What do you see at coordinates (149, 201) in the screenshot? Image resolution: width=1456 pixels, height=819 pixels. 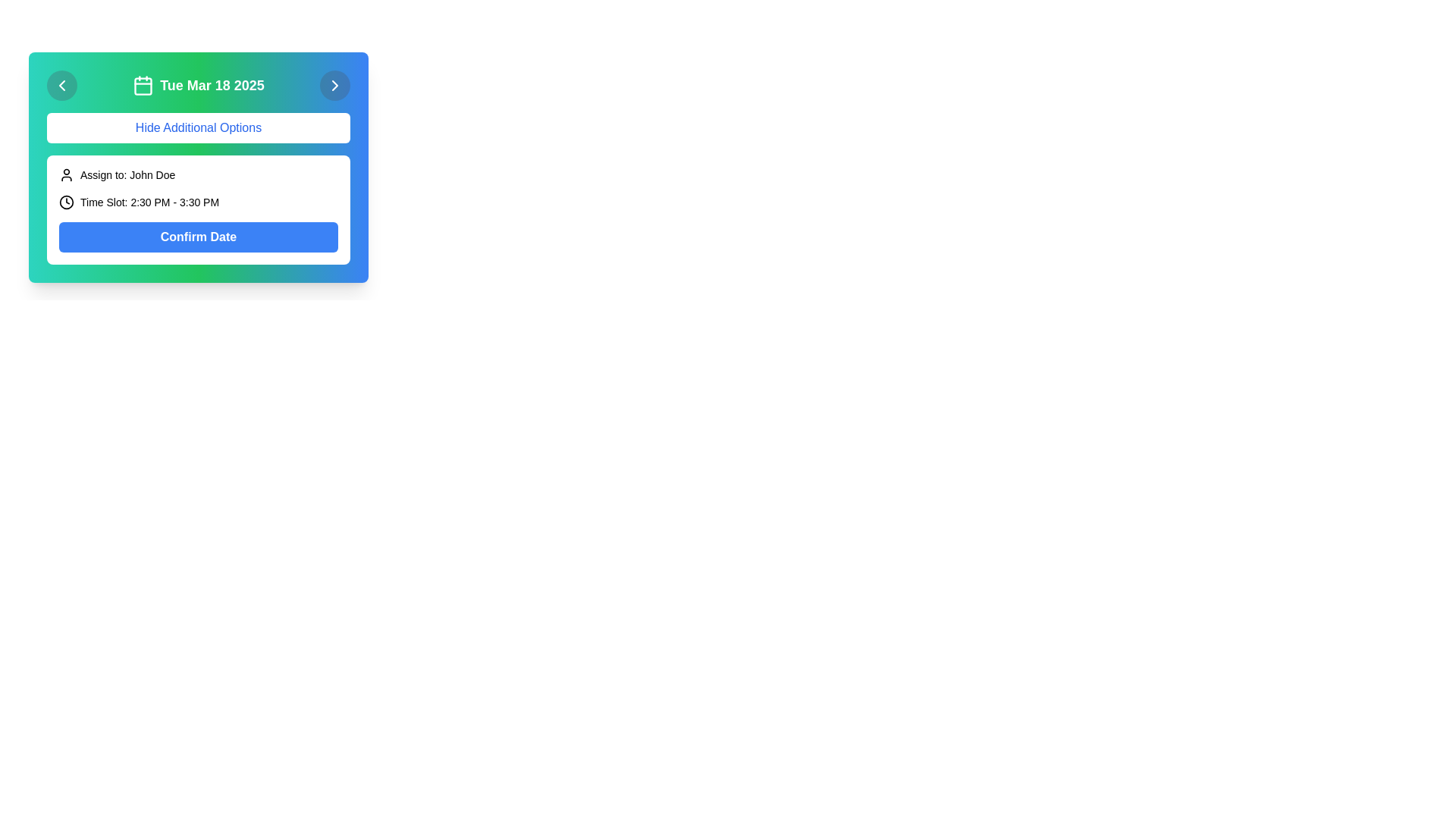 I see `the text label displaying 'Time Slot: 2:30 PM - 3:30 PM', which is located in the 'Assign to' section and aligned with a clock icon` at bounding box center [149, 201].